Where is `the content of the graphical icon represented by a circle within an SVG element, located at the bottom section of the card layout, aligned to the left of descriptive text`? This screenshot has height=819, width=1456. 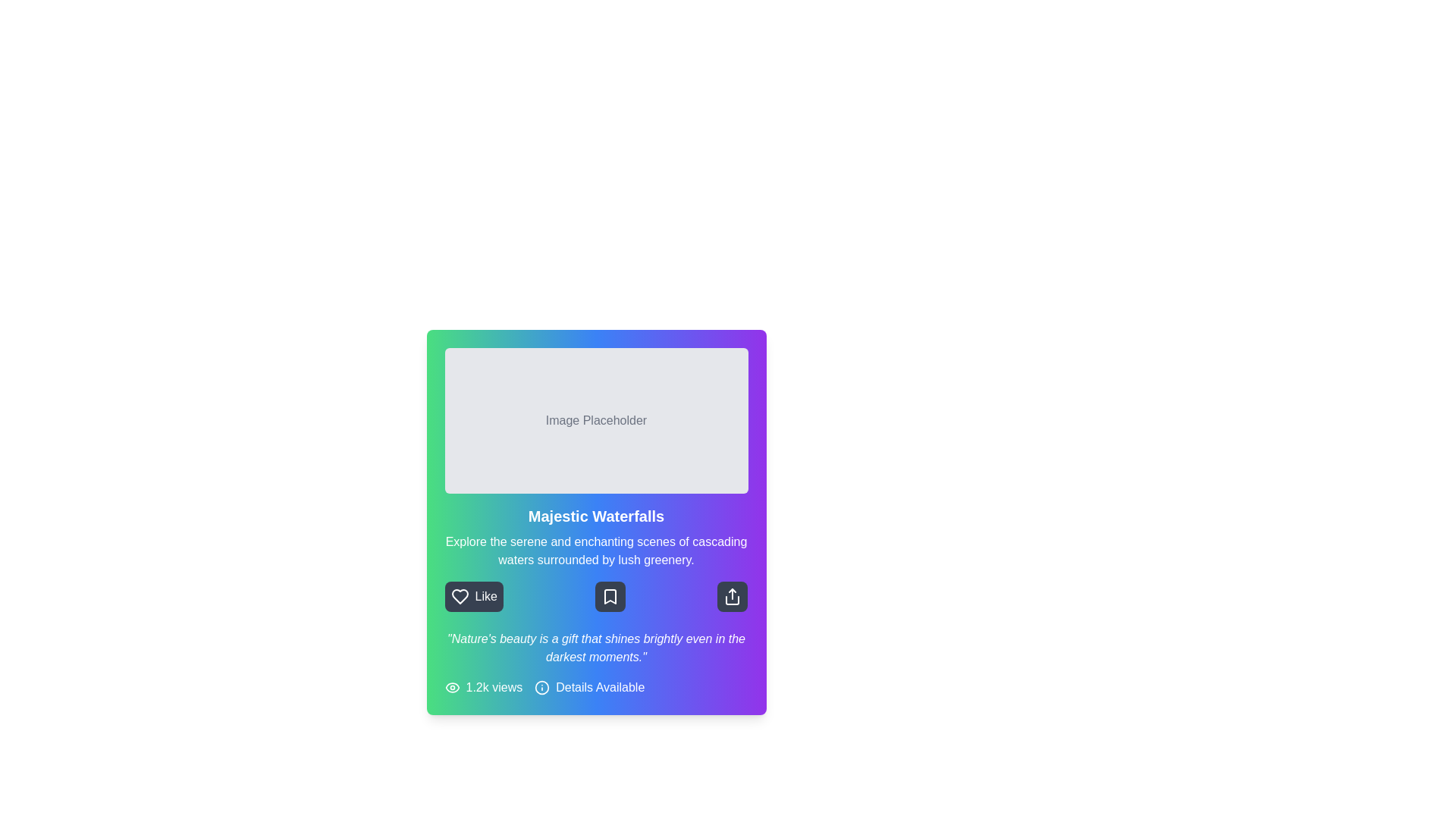
the content of the graphical icon represented by a circle within an SVG element, located at the bottom section of the card layout, aligned to the left of descriptive text is located at coordinates (542, 687).